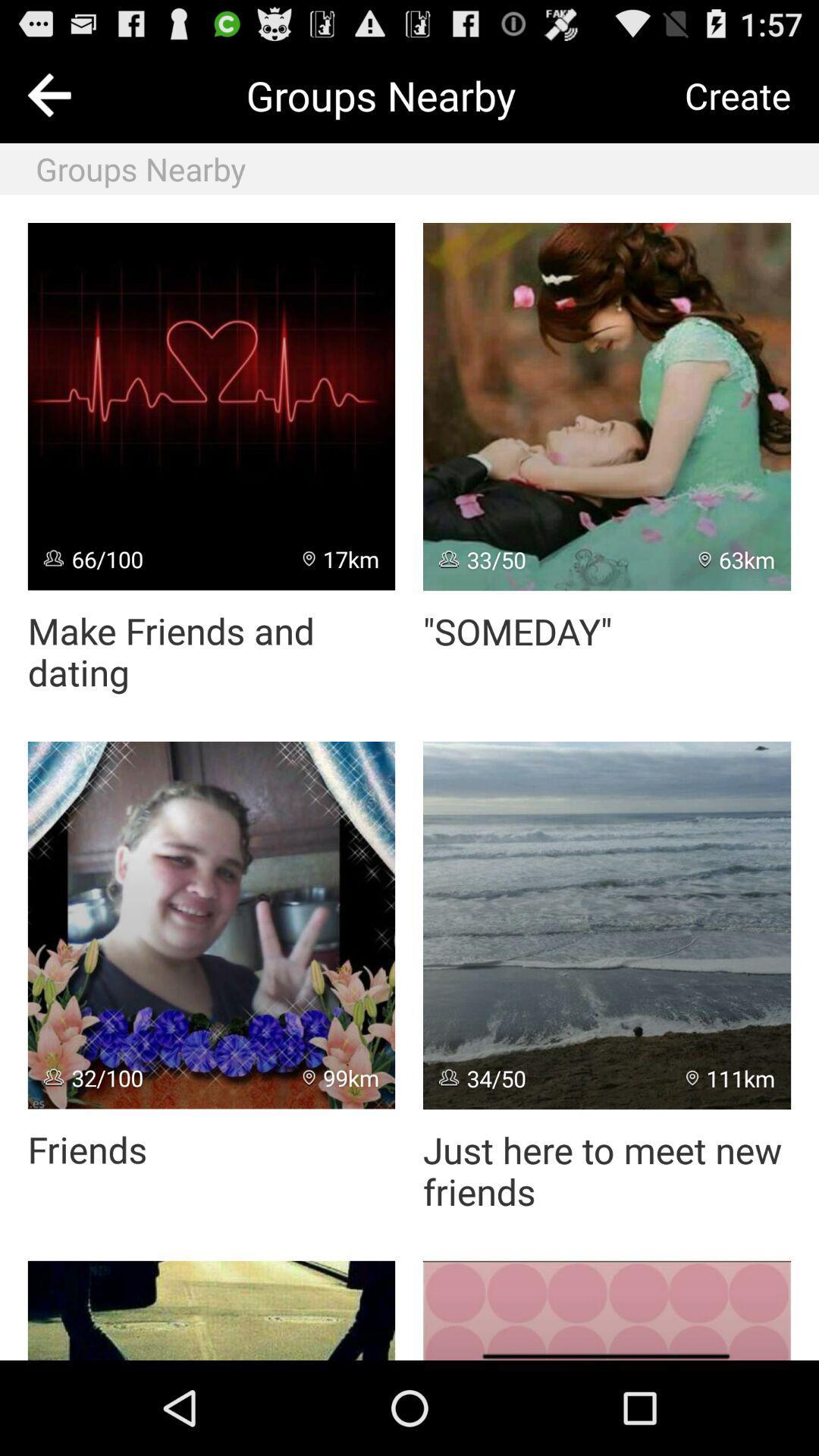  I want to click on the 99km, so click(341, 1077).